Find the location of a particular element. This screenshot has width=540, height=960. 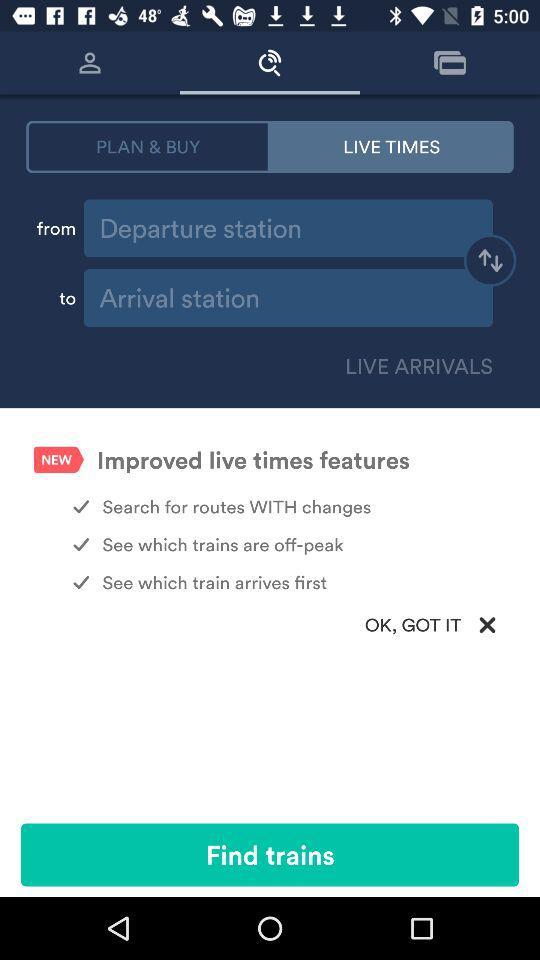

invert is located at coordinates (489, 262).